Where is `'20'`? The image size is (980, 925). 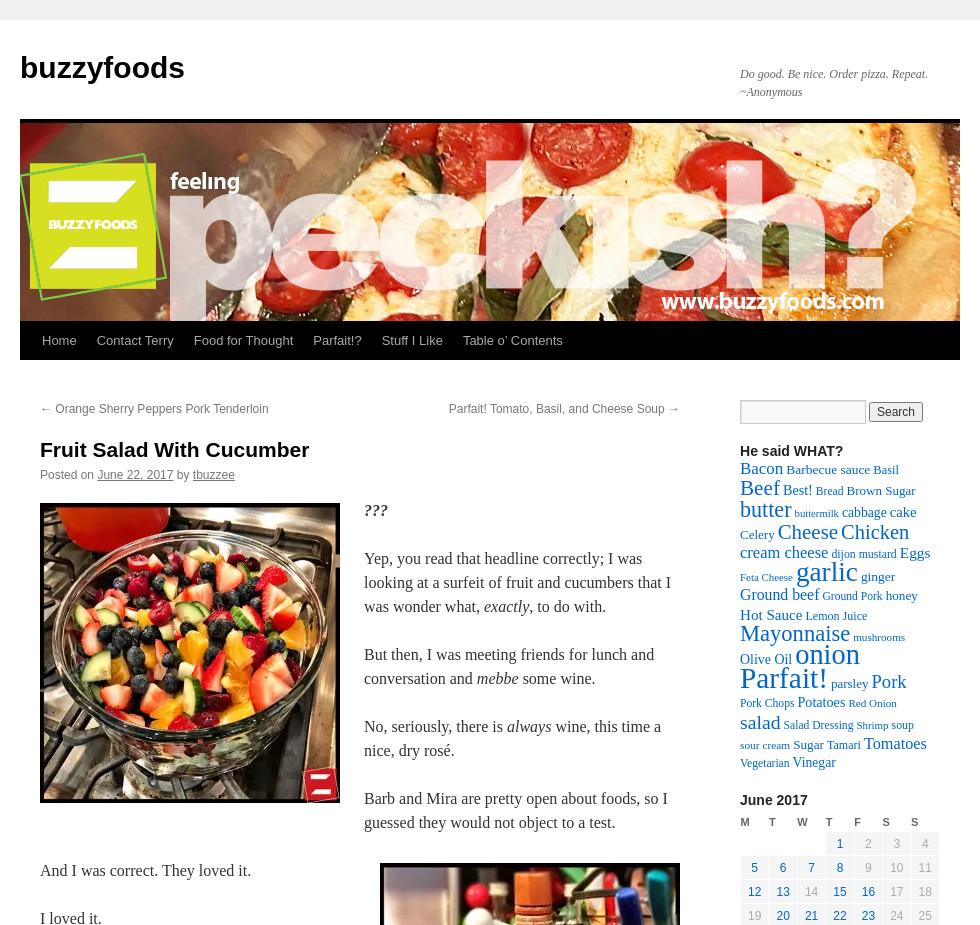 '20' is located at coordinates (782, 916).